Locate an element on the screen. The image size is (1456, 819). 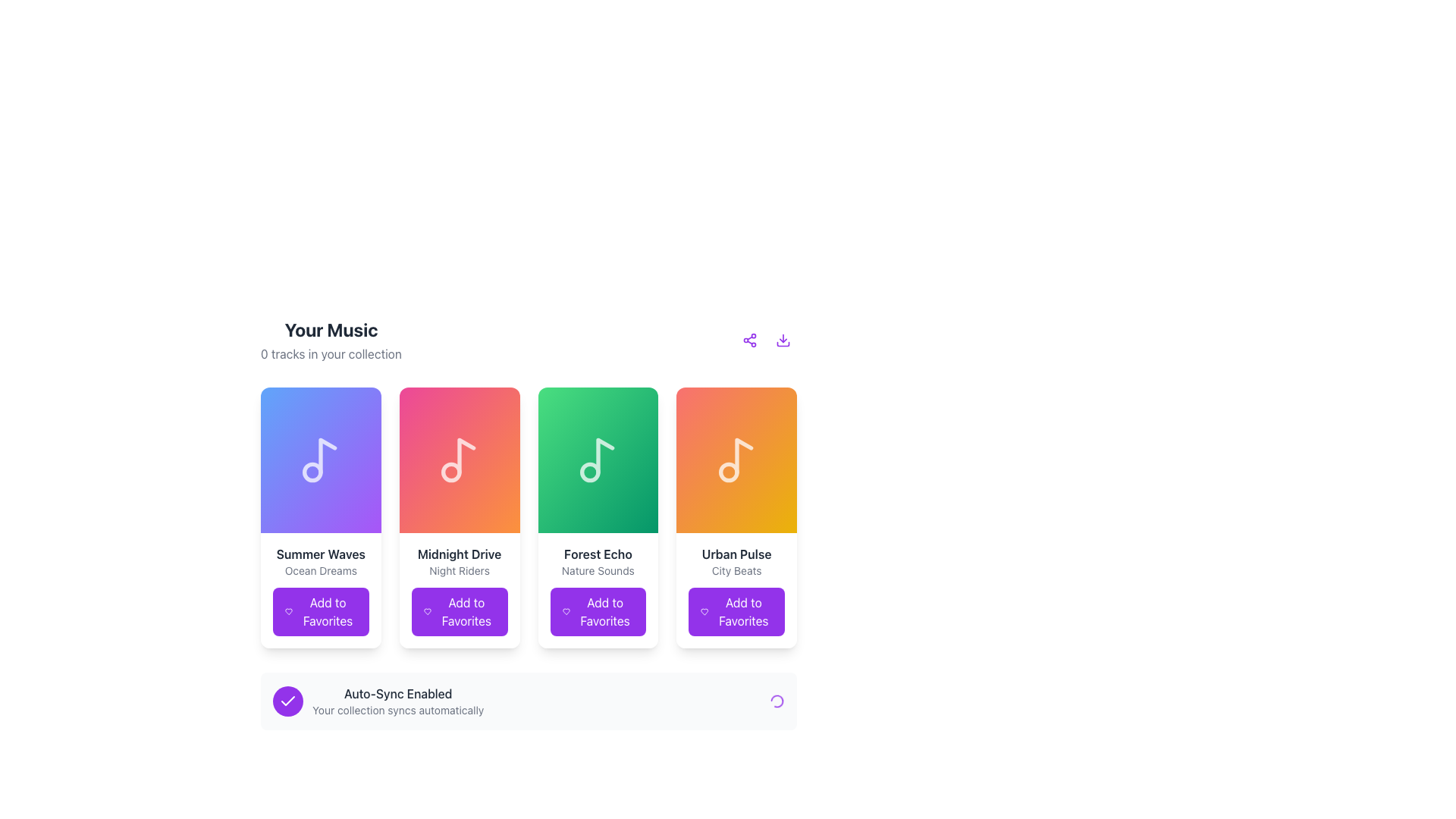
the button located at the bottom of the third card in a horizontal list of four cards, which adds the 'Forest Echo' song to the user's favorites list, to trigger a hover state is located at coordinates (597, 590).